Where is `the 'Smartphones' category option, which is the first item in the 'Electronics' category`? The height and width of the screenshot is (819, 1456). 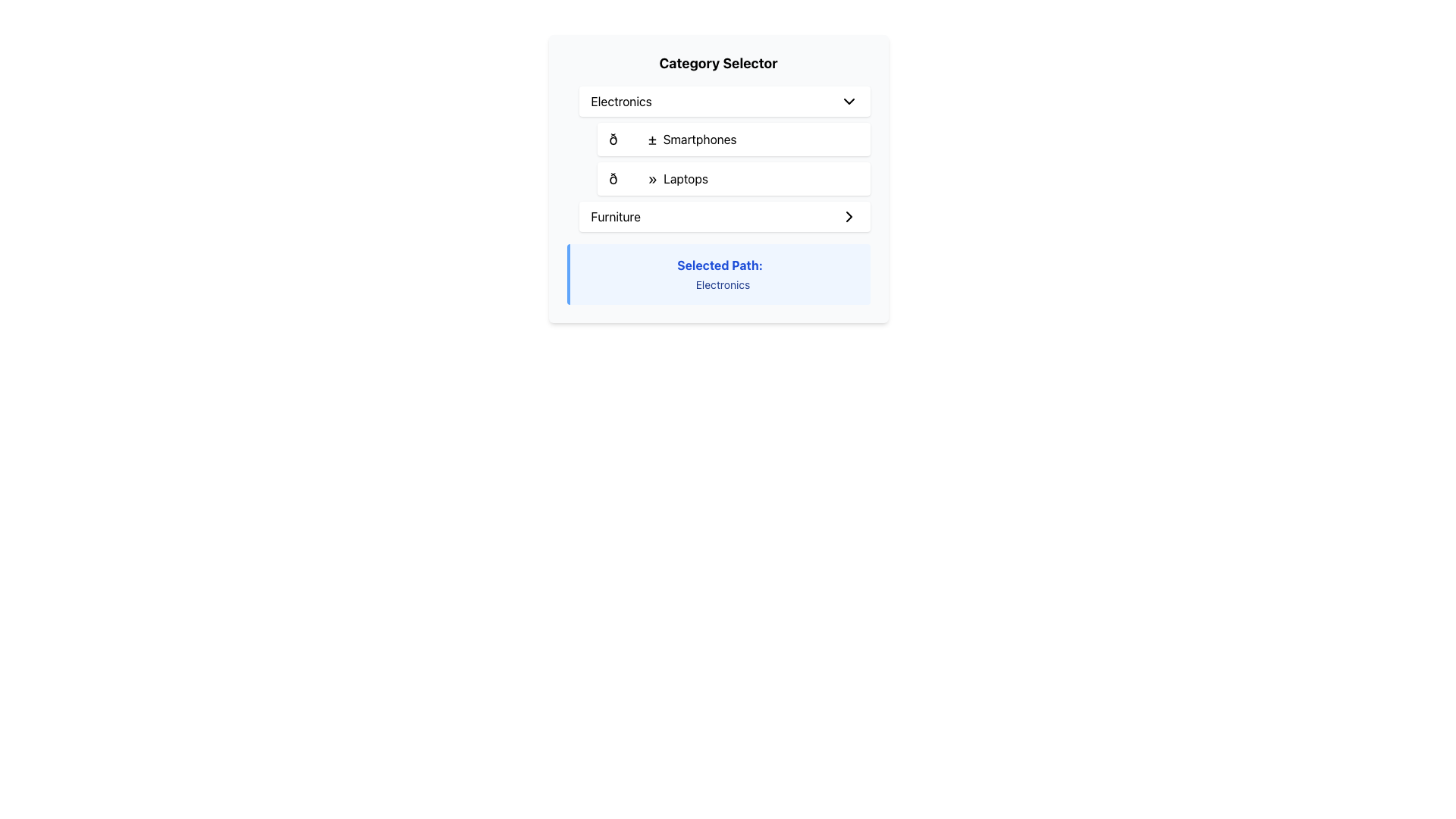
the 'Smartphones' category option, which is the first item in the 'Electronics' category is located at coordinates (733, 140).